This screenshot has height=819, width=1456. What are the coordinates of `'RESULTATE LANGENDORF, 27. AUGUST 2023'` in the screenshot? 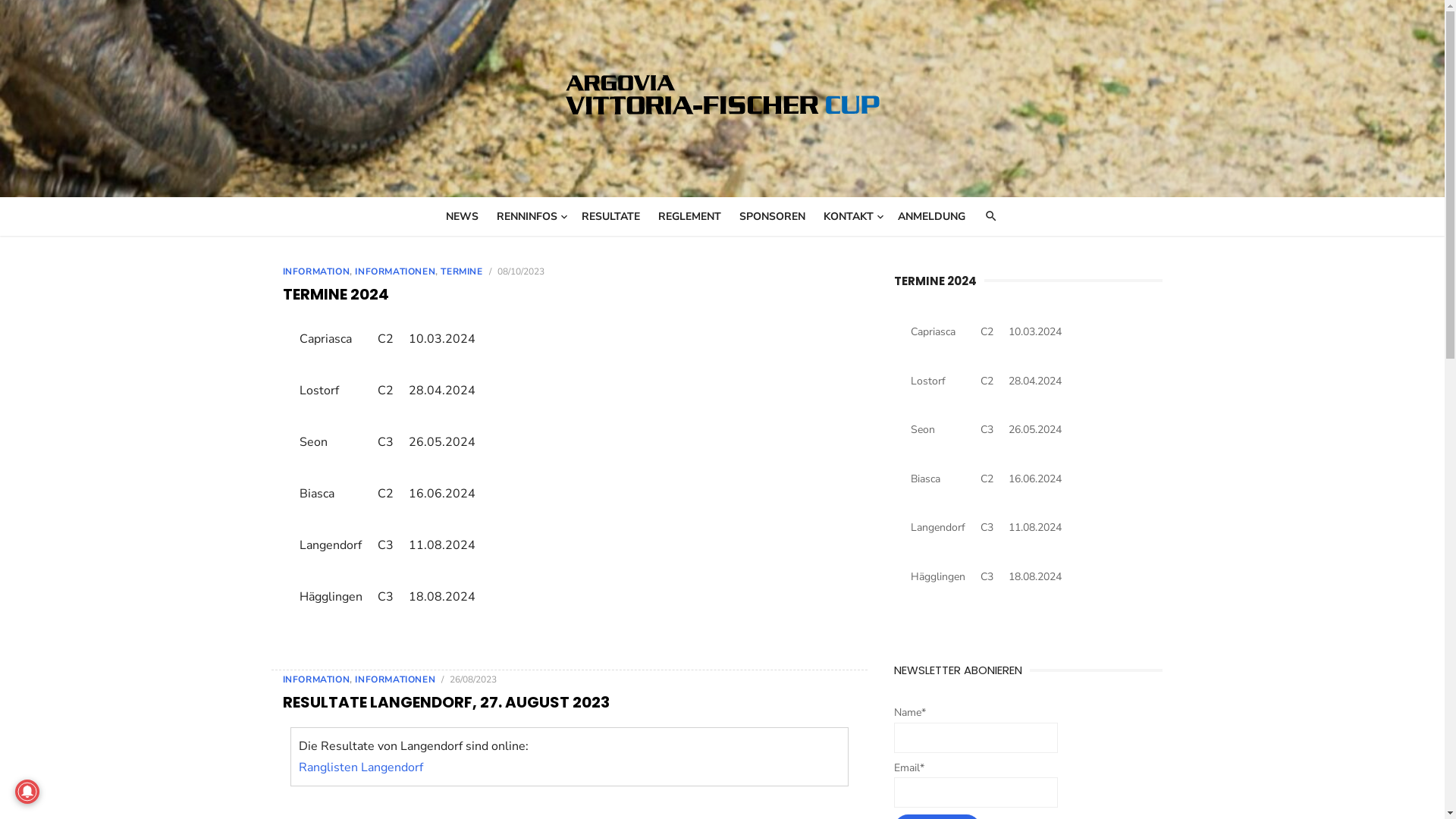 It's located at (444, 701).